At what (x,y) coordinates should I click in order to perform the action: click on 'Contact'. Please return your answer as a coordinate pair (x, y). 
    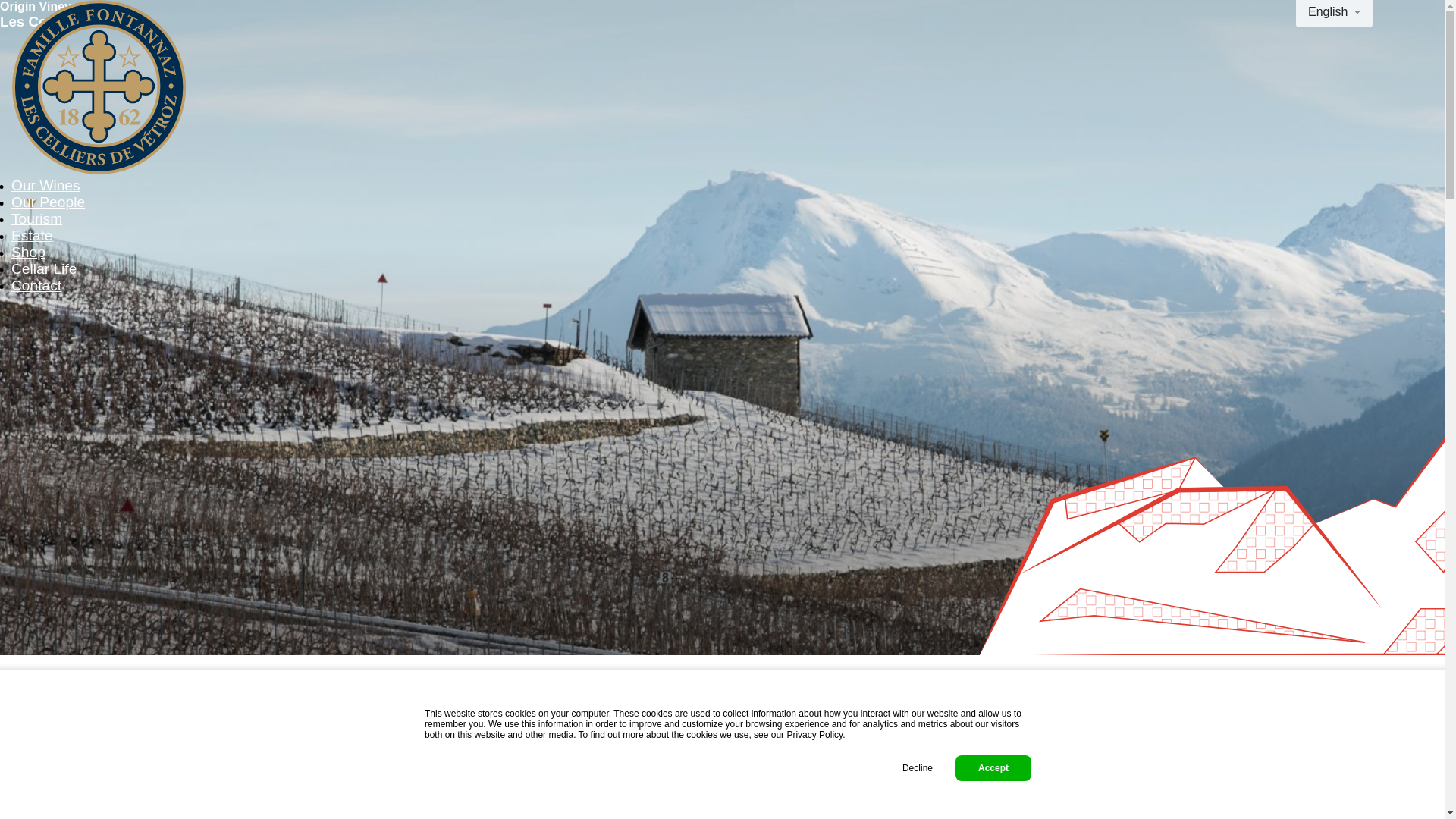
    Looking at the image, I should click on (11, 285).